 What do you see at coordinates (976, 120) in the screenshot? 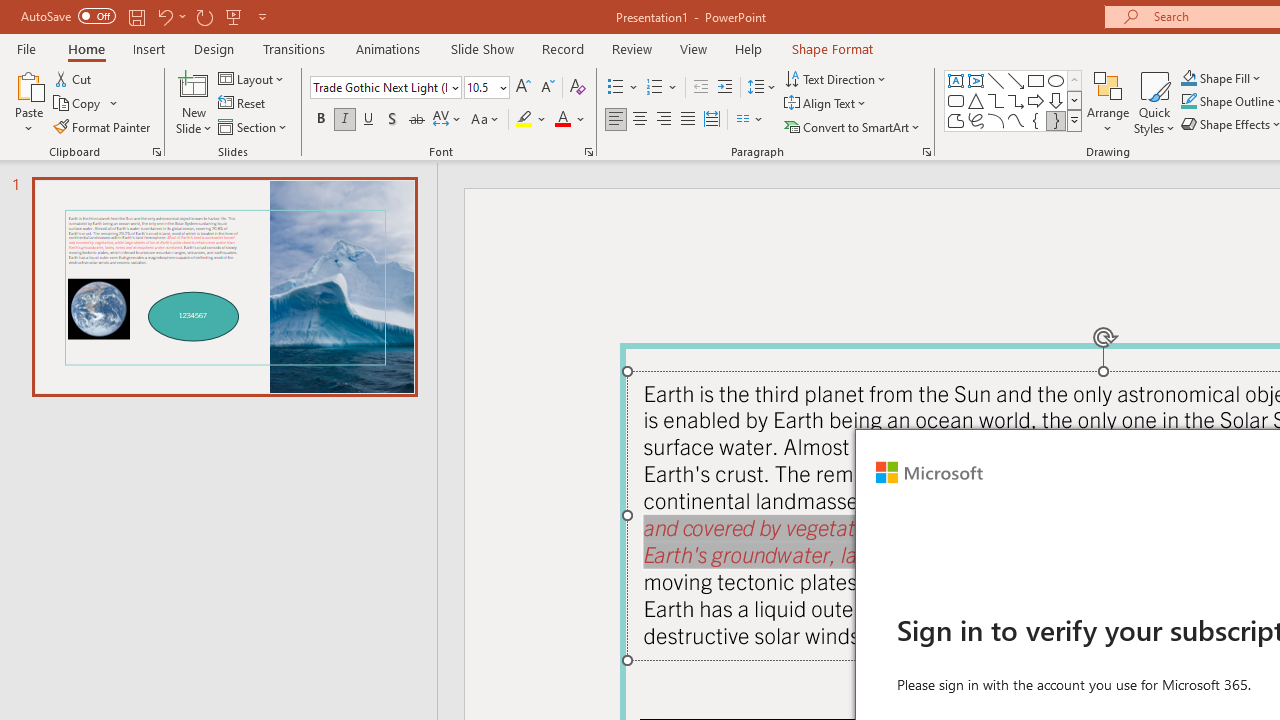
I see `'Freeform: Scribble'` at bounding box center [976, 120].